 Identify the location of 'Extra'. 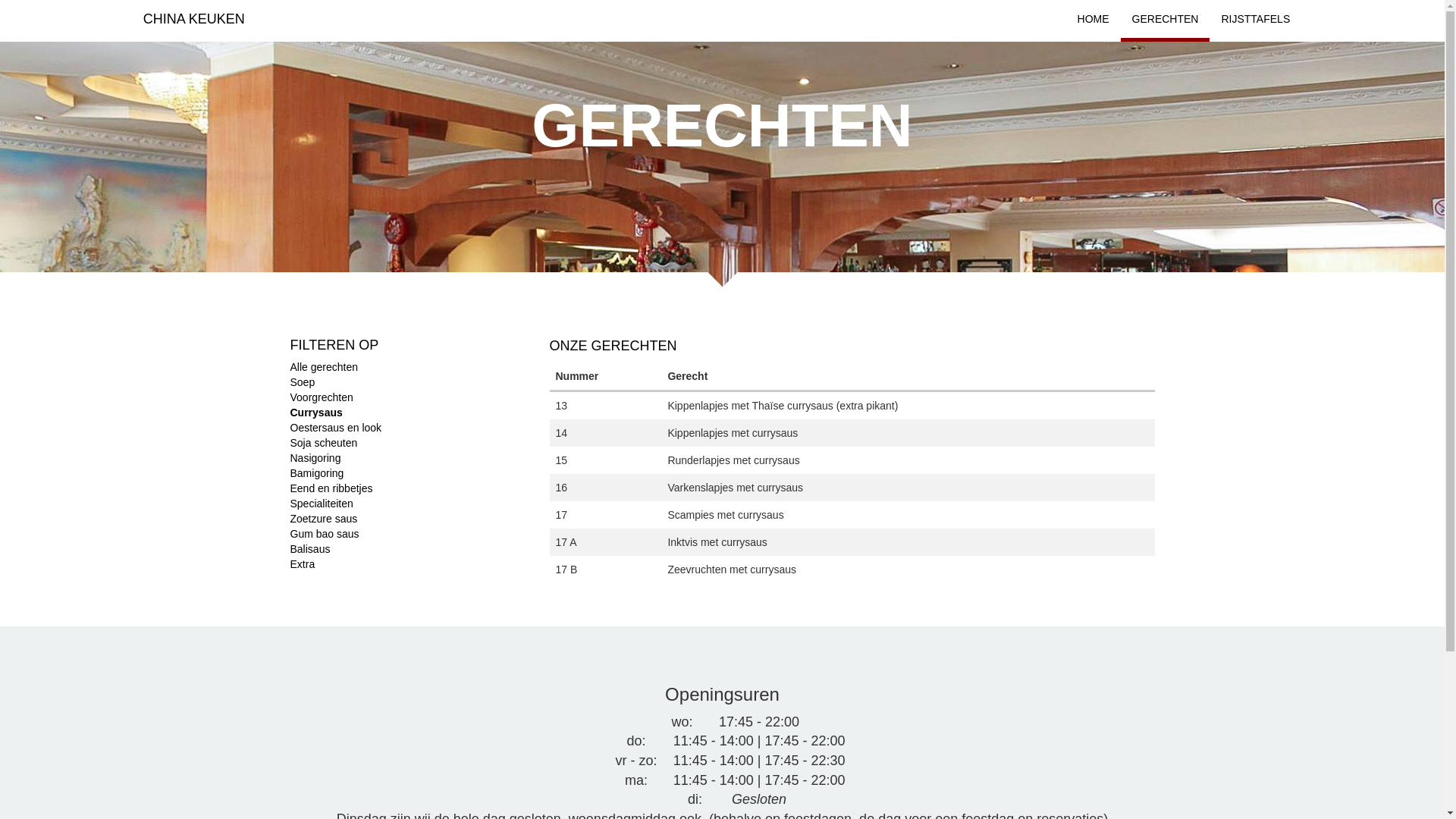
(302, 564).